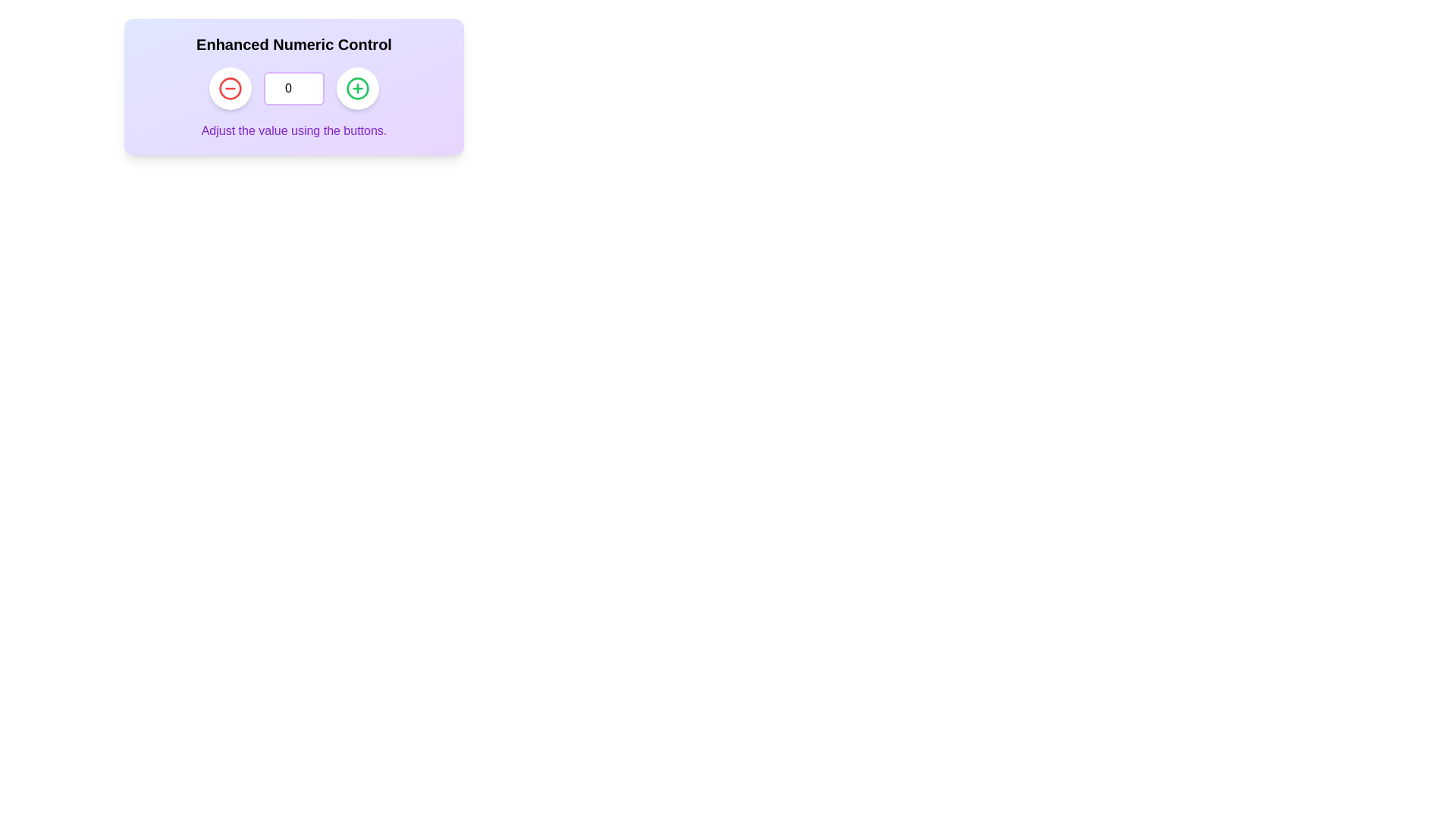 The width and height of the screenshot is (1456, 819). Describe the element at coordinates (356, 88) in the screenshot. I see `the increment button located on the far-right side of the numeric control interface to increase the value displayed in the input field` at that location.